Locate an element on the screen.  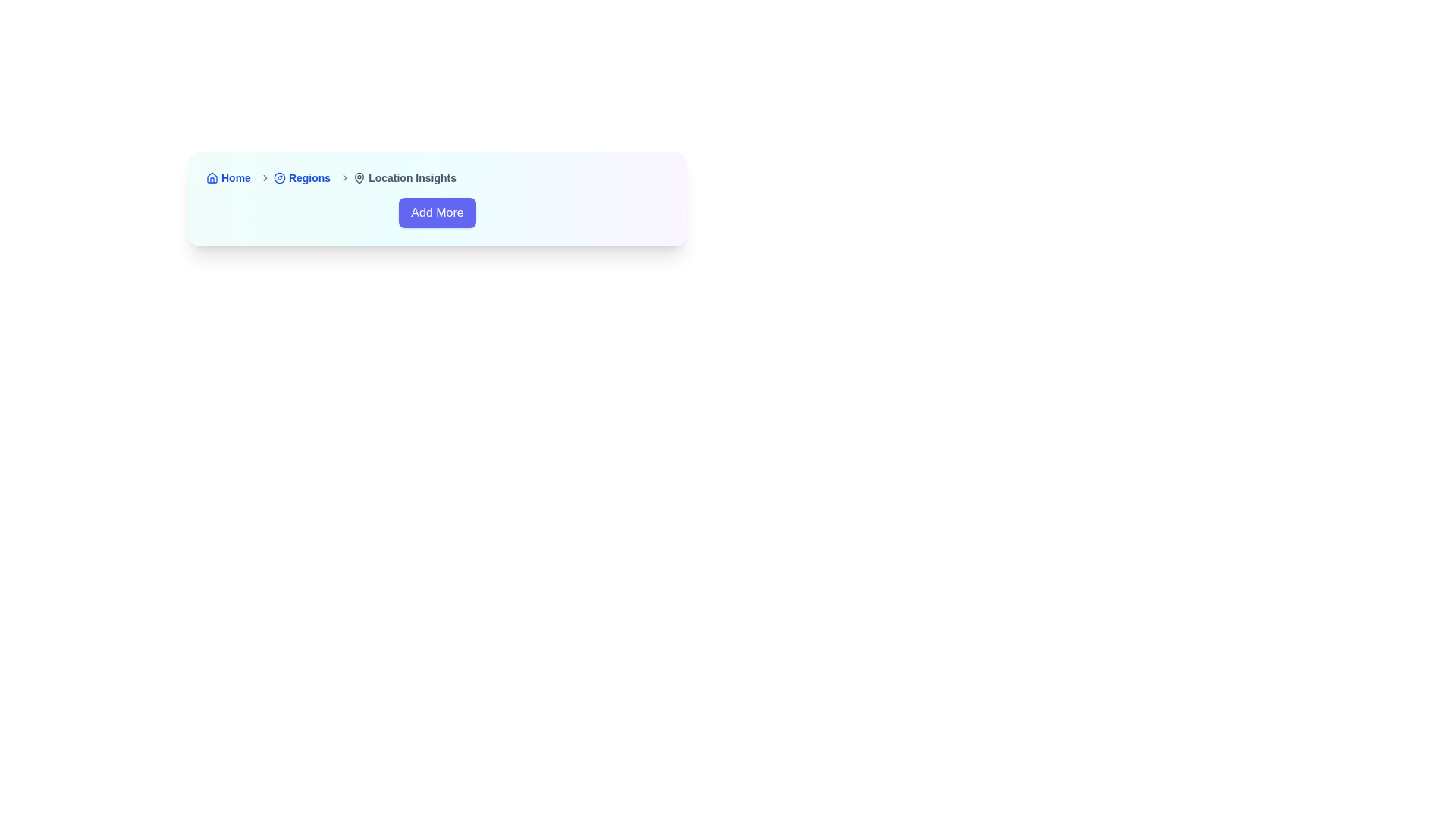
the Text label indicating the current page within the breadcrumb navigation bar, which is located directly to the right of a map pin icon is located at coordinates (413, 177).